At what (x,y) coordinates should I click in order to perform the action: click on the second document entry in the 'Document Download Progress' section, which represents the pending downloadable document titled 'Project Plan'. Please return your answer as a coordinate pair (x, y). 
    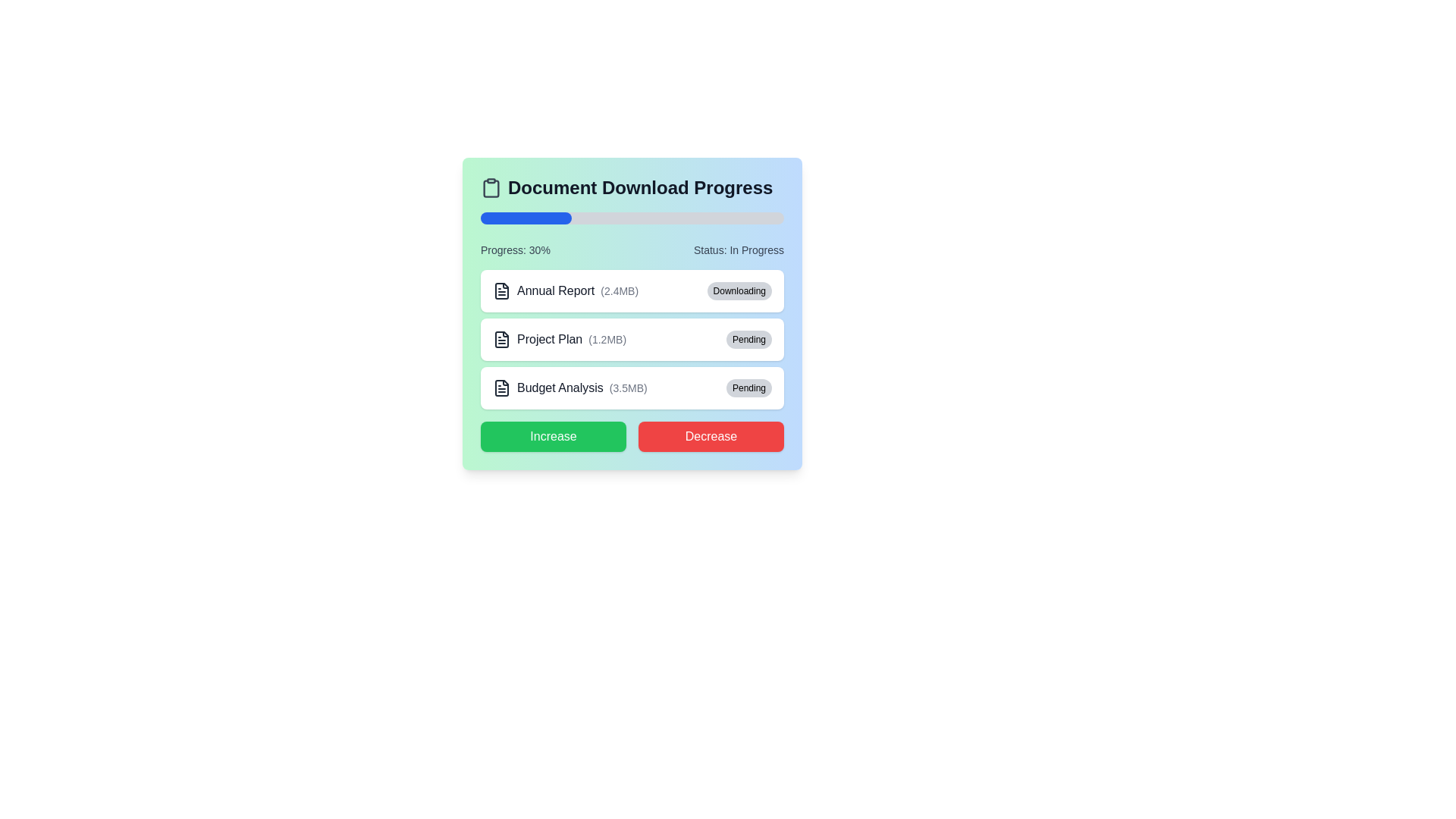
    Looking at the image, I should click on (632, 312).